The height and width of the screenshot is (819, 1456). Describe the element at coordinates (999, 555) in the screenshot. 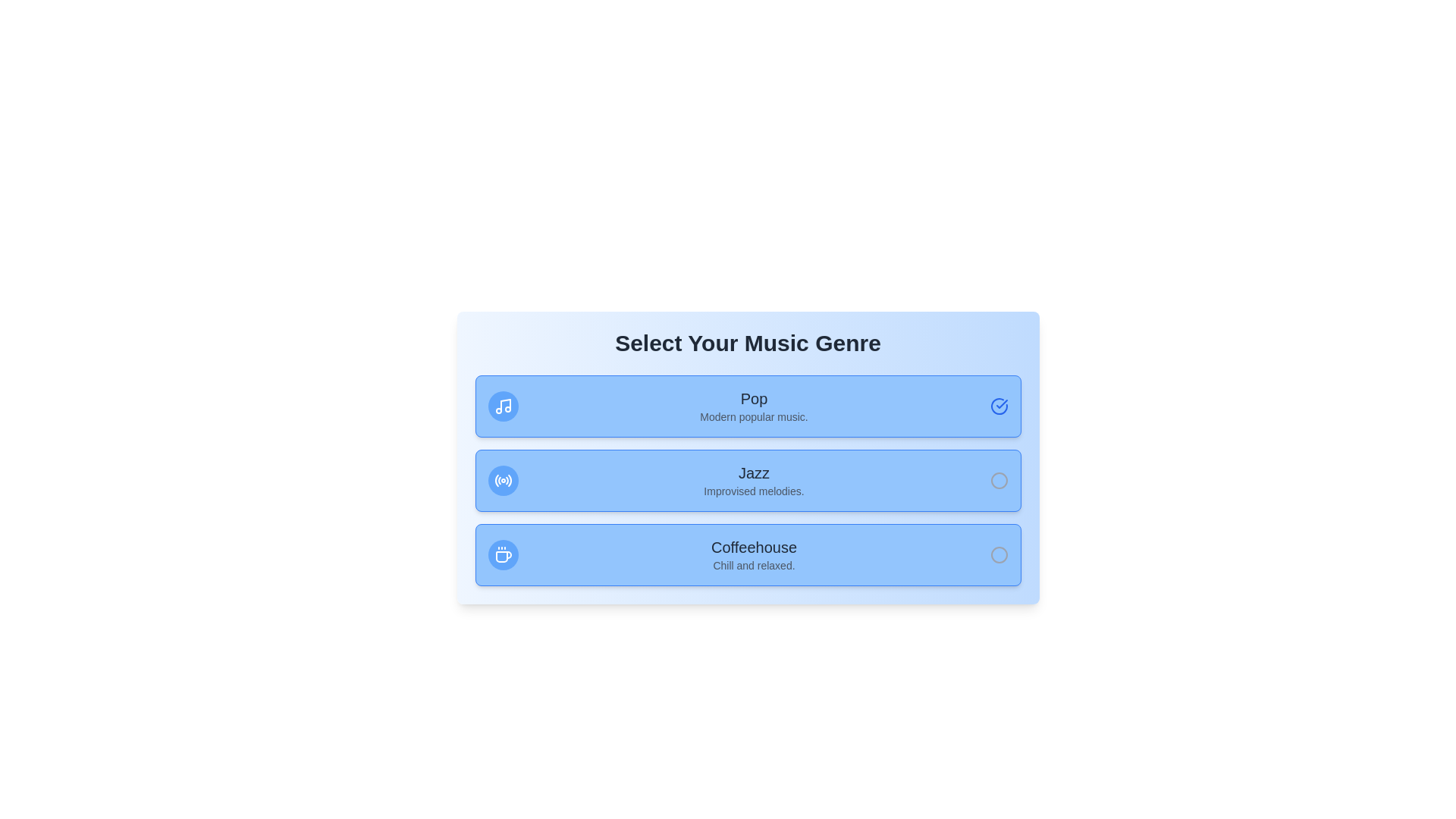

I see `the radio button for the 'Coffeehouse' list item, which is a small circled icon with a thin border, filled with gray color, located in a vertical list of genres` at that location.